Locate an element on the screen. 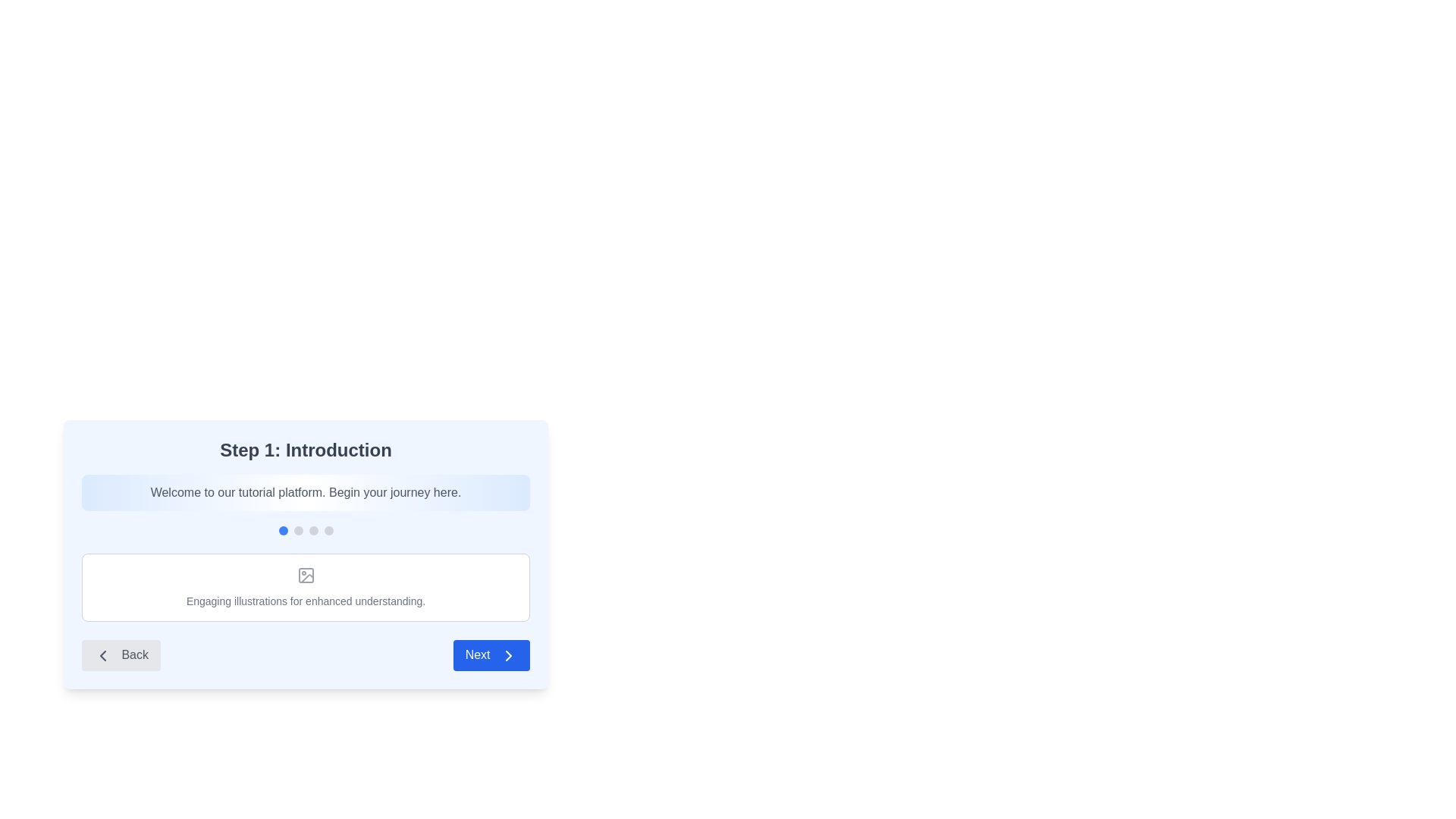 Image resolution: width=1456 pixels, height=819 pixels. the first blue circular indicator located below the 'Step 1: Introduction' section, which is part of a group of four indicators is located at coordinates (283, 529).